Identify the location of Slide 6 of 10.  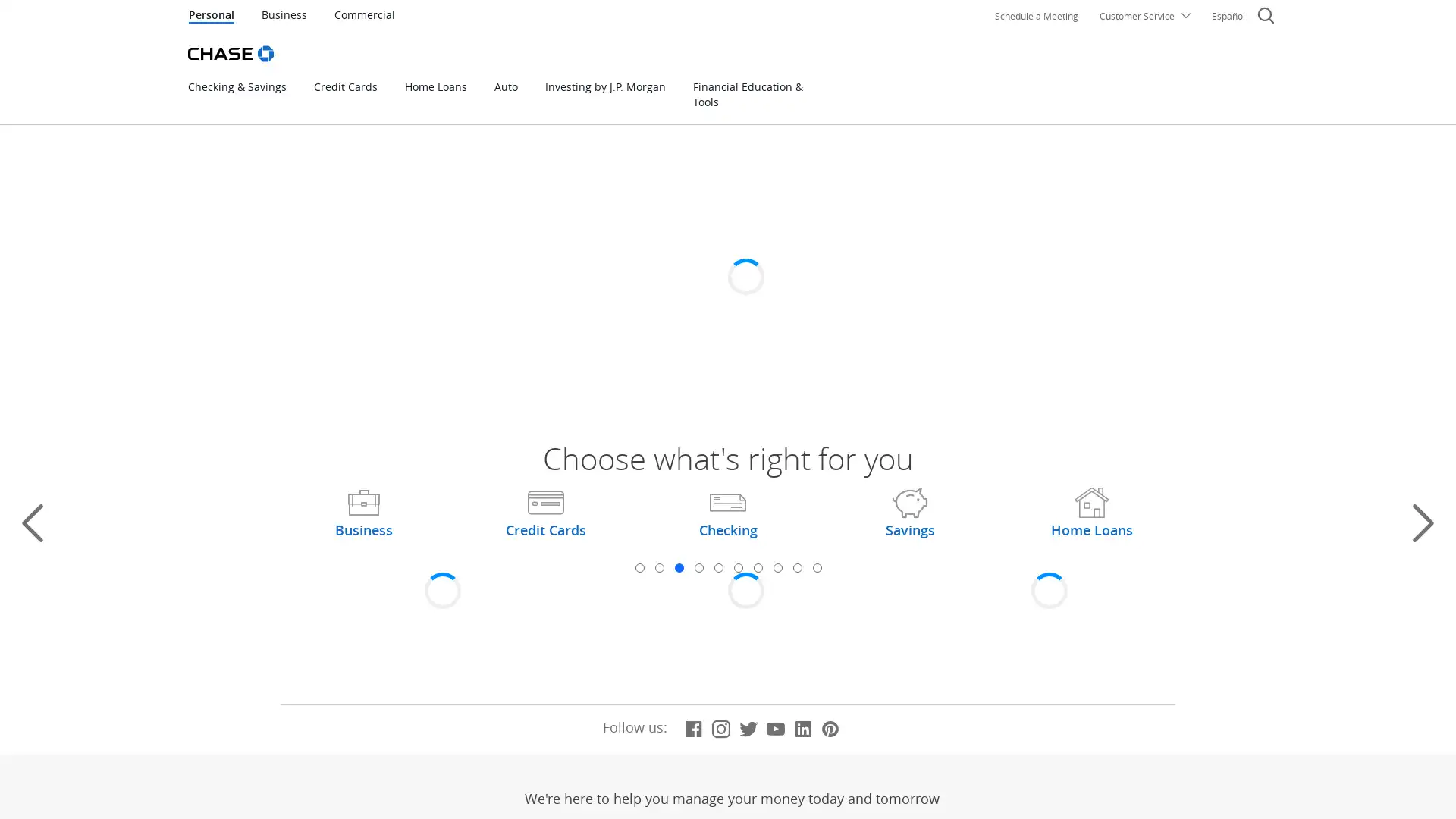
(738, 567).